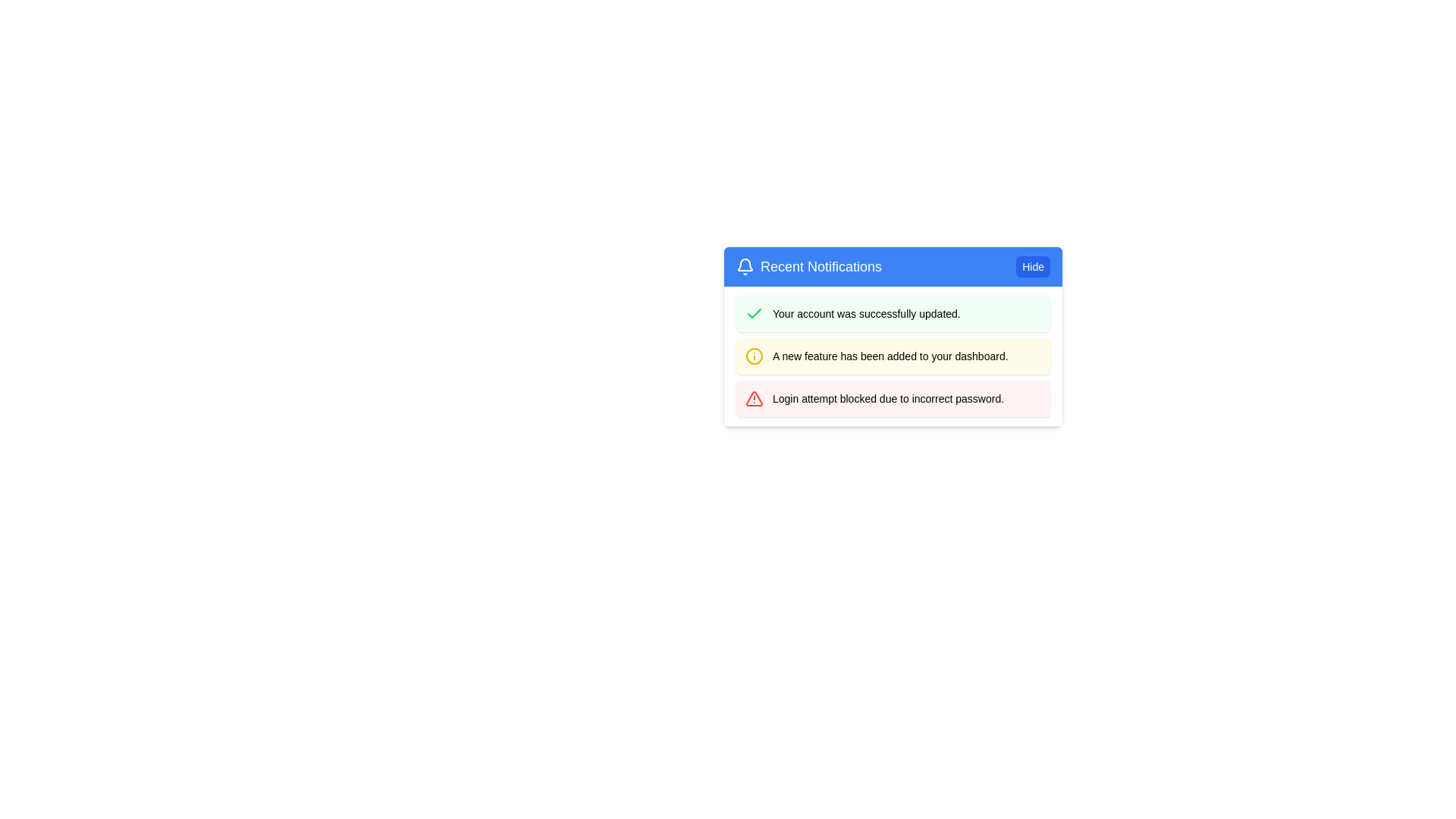  Describe the element at coordinates (745, 265) in the screenshot. I see `the bell-shaped notification icon` at that location.